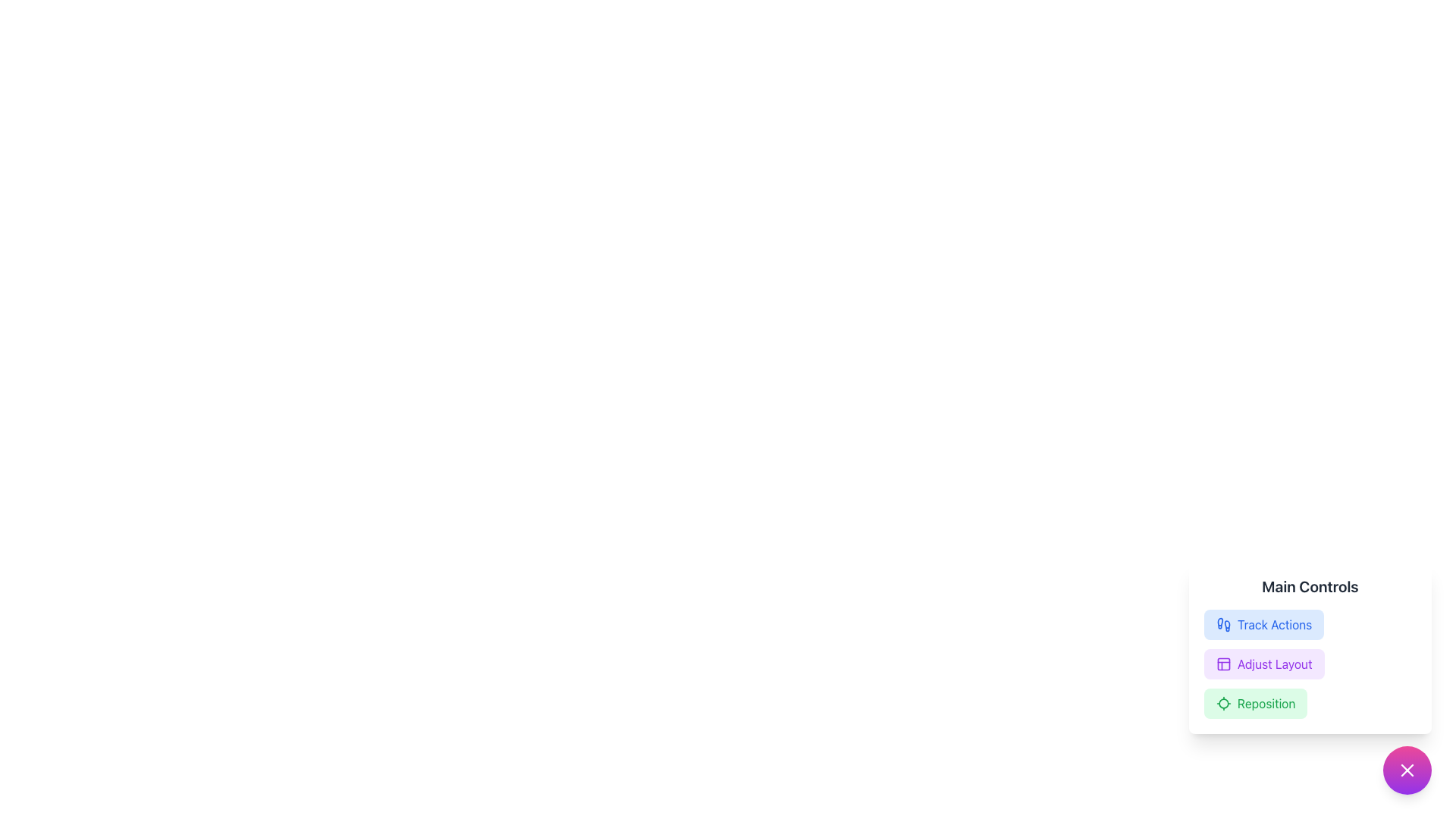 The width and height of the screenshot is (1456, 819). I want to click on the second button in the vertical group of buttons titled 'Main Controls', which is the 'Adjust Layout' button, so click(1310, 663).